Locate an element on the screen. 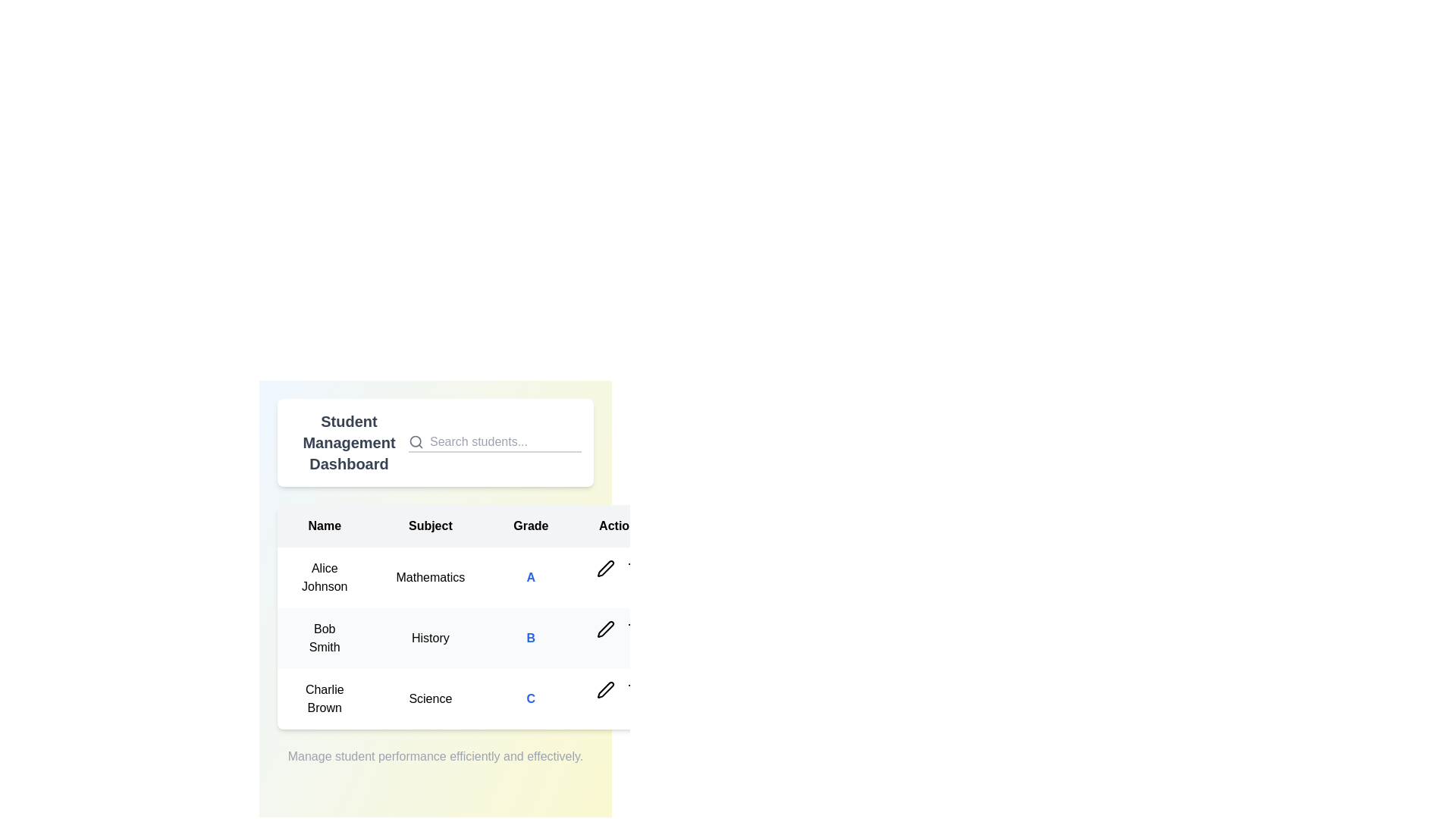 The width and height of the screenshot is (1456, 819). the bolded text label 'Name' located at the top-left corner of the table header, which is adjacent to the headers 'Subject,' 'Grade,' and 'Actions.' is located at coordinates (324, 526).